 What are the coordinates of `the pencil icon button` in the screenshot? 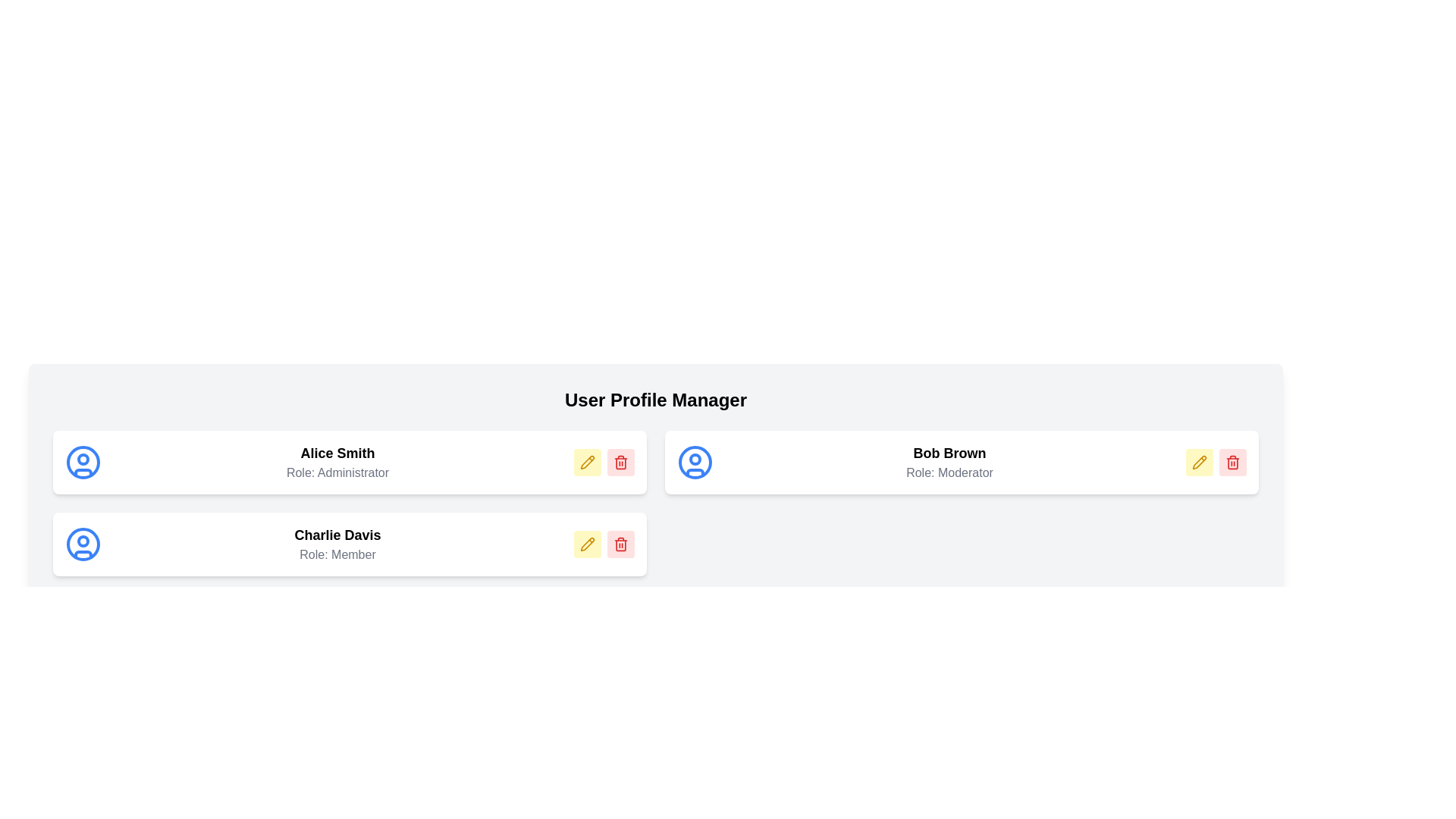 It's located at (1199, 461).